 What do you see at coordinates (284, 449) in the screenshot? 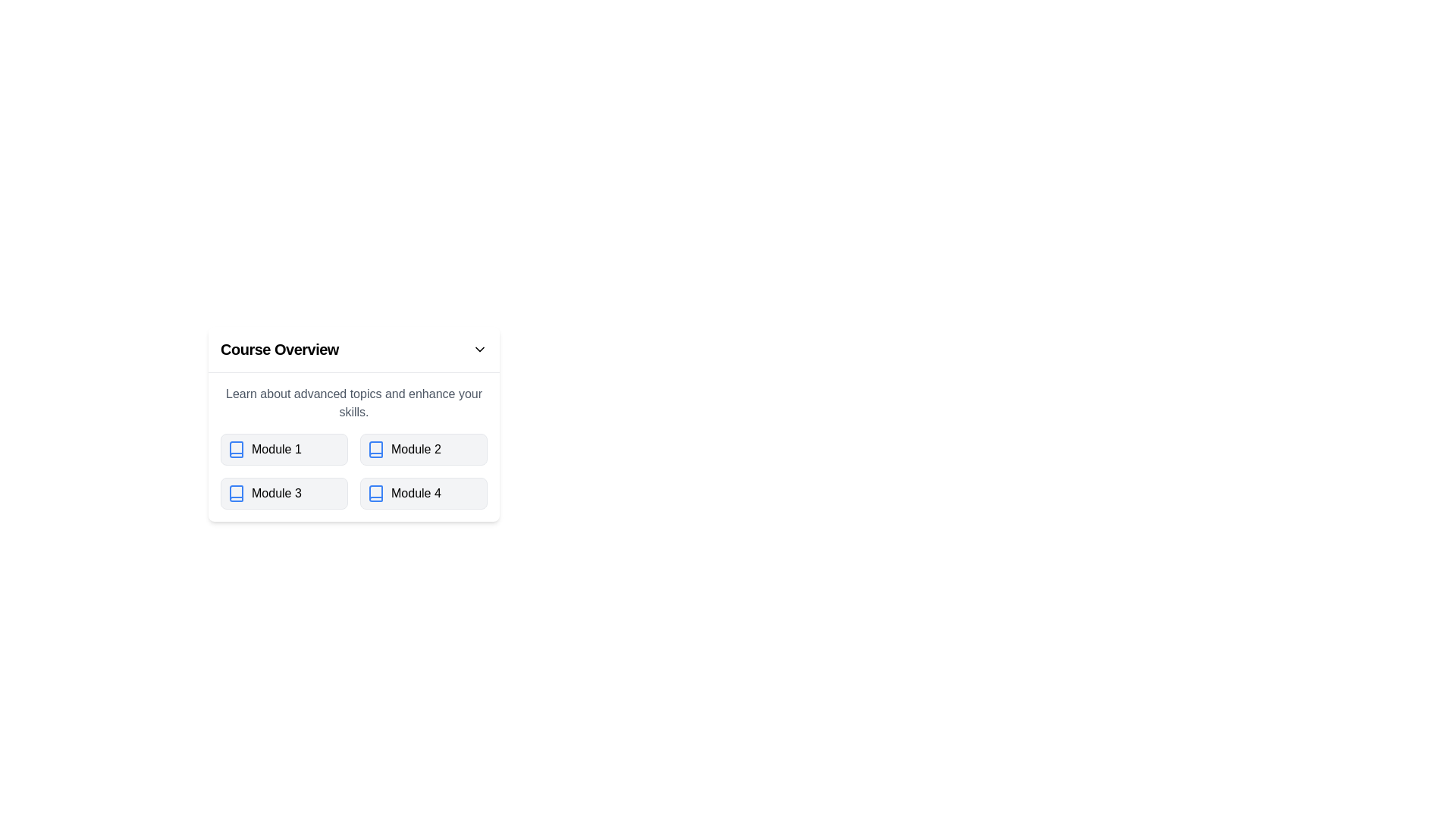
I see `the interactive button for 'Module 1' located in the top-left of the 'Course Overview' section` at bounding box center [284, 449].